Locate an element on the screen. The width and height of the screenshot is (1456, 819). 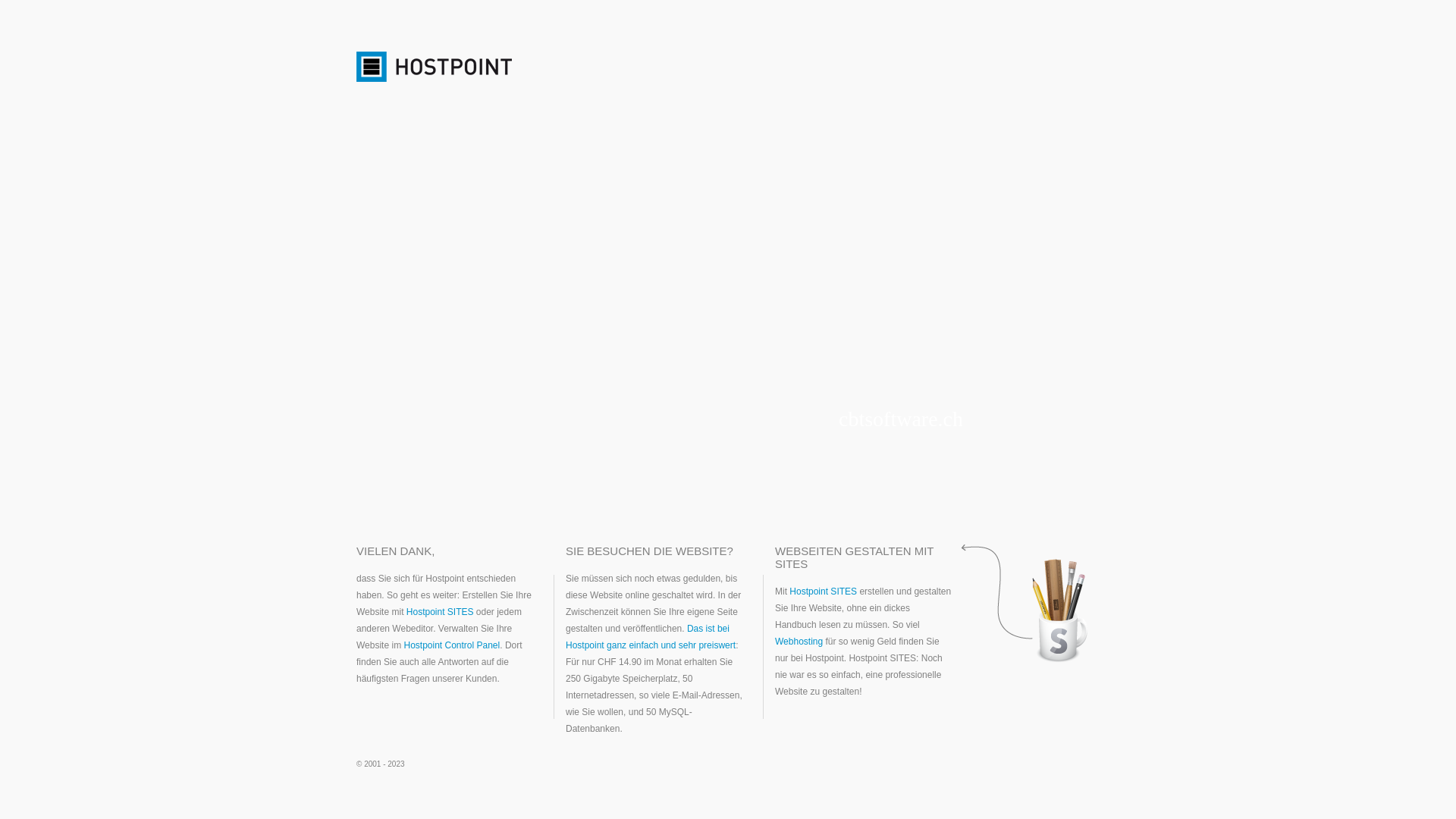
'Das ist bei Hostpoint ganz einfach und sehr preiswert' is located at coordinates (651, 637).